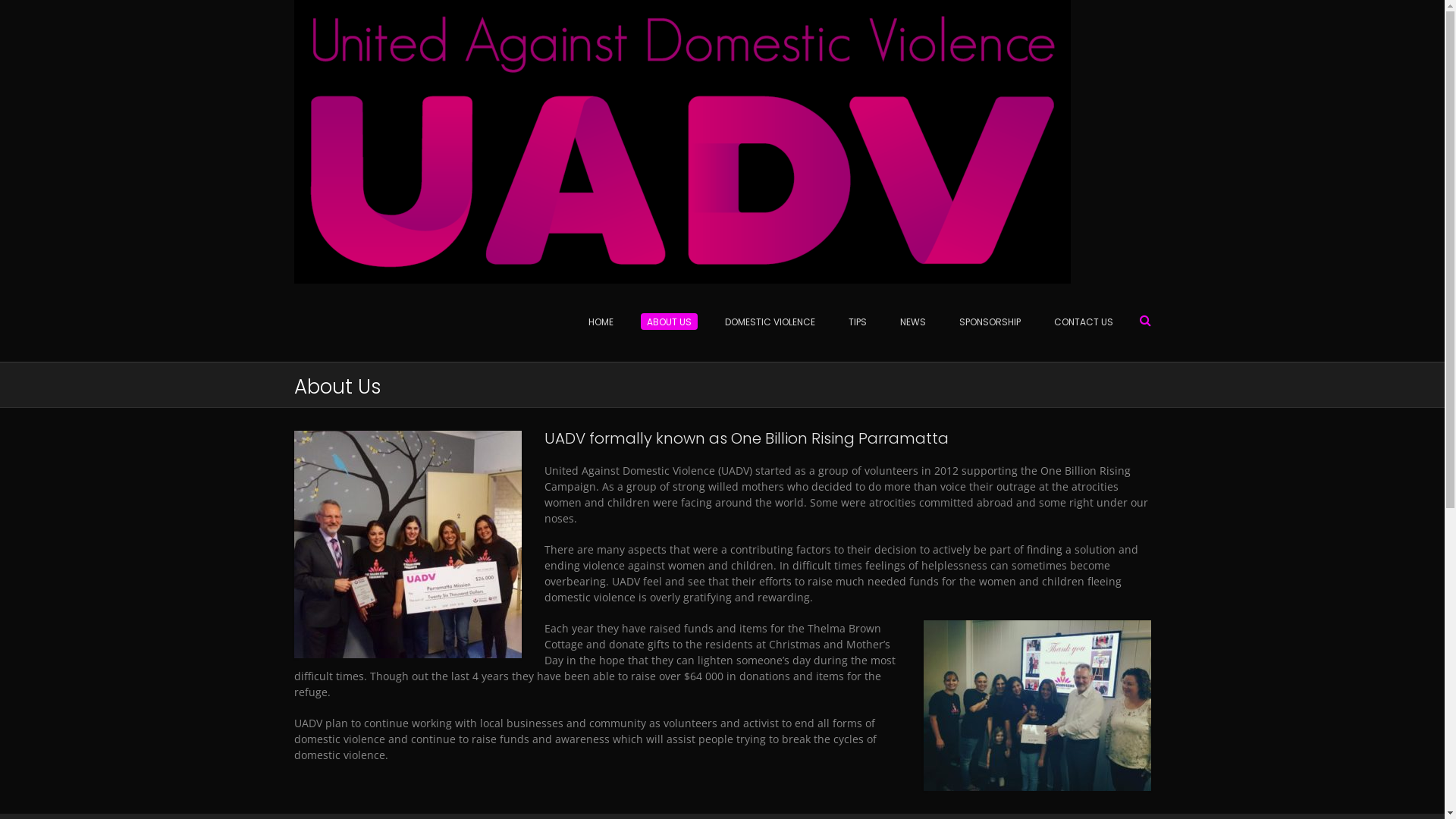 This screenshot has width=1456, height=819. I want to click on 'SPONSORSHIP', so click(989, 322).